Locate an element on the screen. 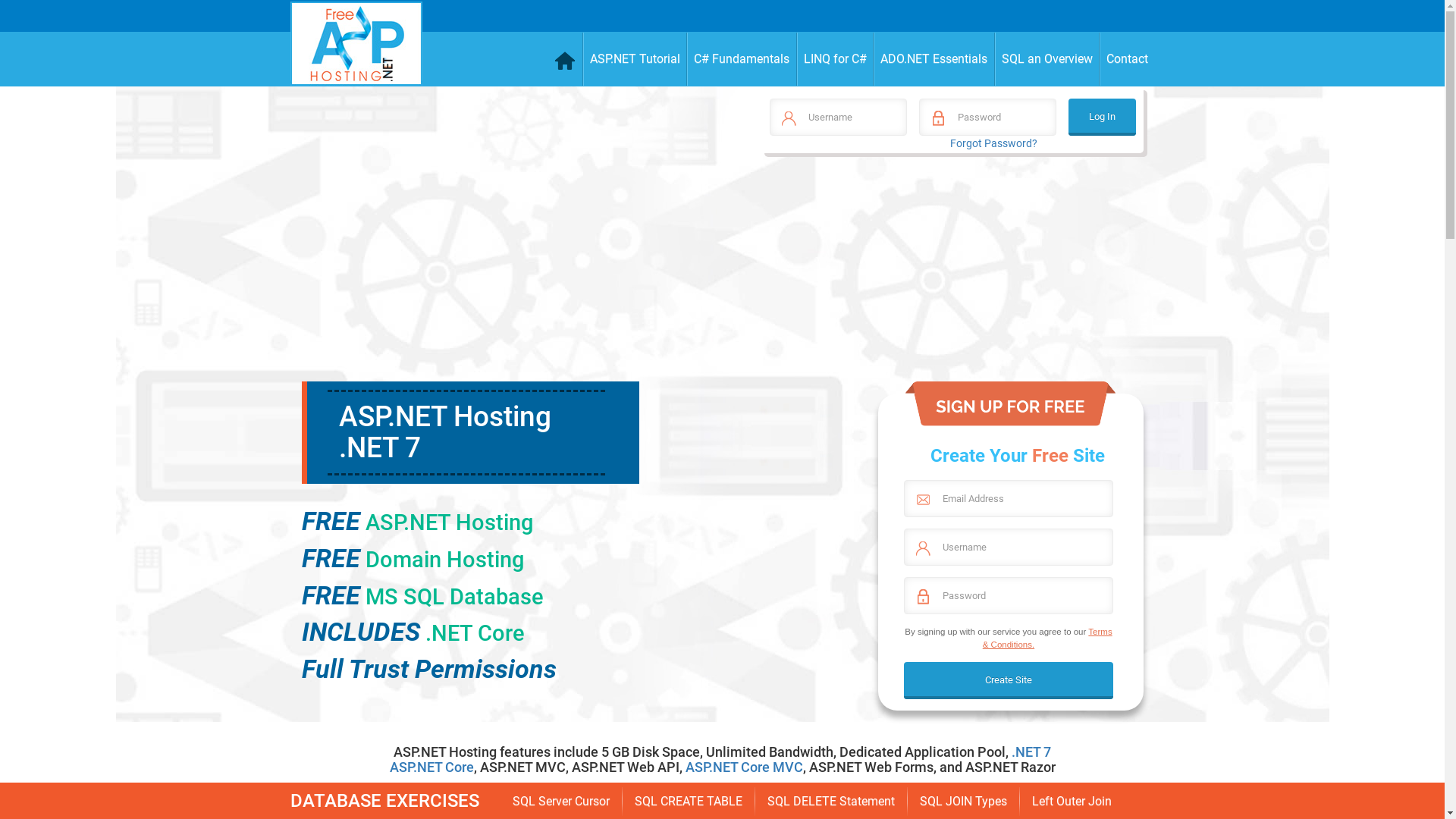  'SQL an Overview' is located at coordinates (1046, 58).